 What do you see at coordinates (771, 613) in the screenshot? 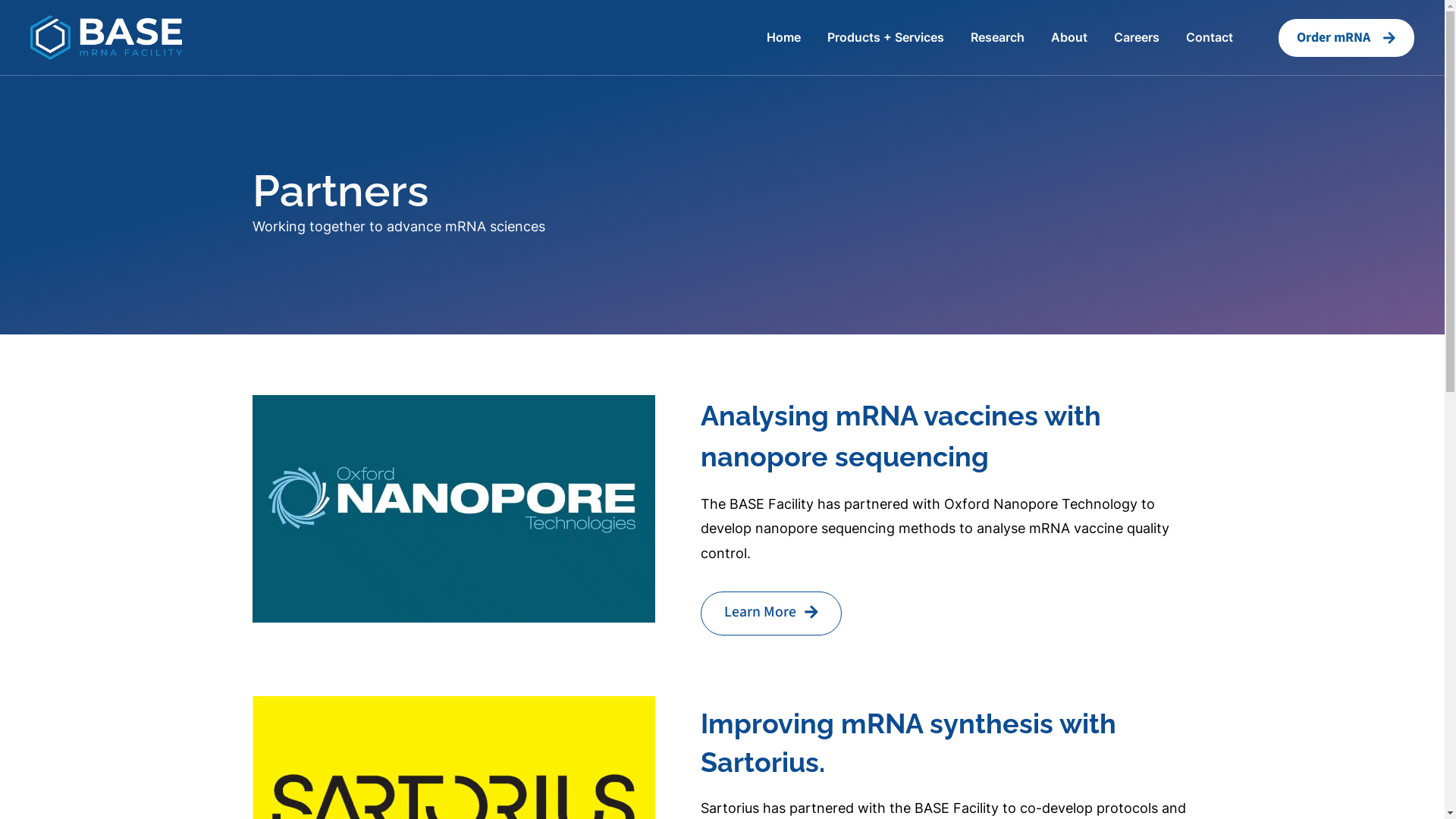
I see `'Learn More'` at bounding box center [771, 613].